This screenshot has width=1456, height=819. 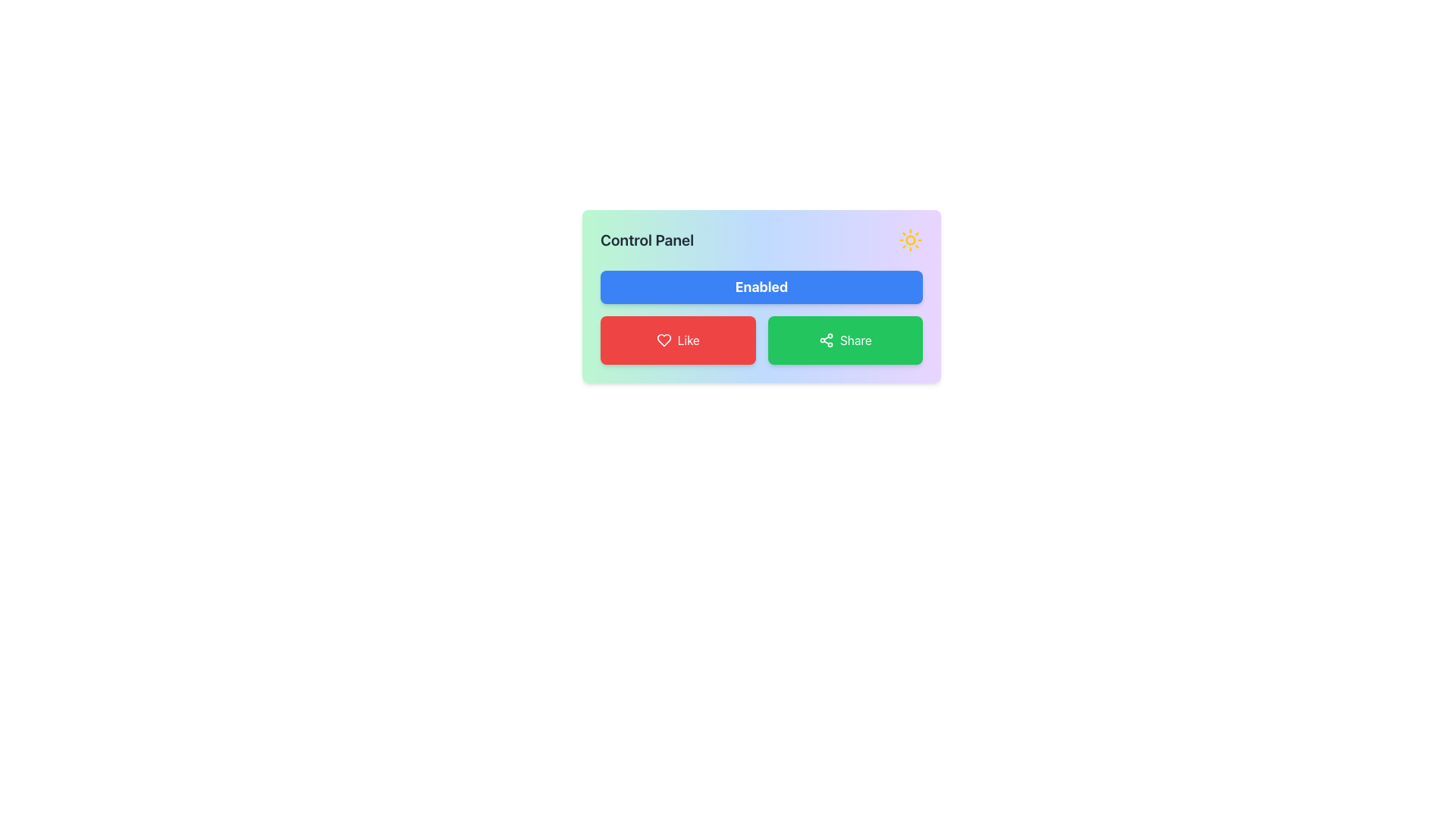 What do you see at coordinates (664, 339) in the screenshot?
I see `the heart-shaped SVG icon with a dashed stroke style located inside the red 'Like' button` at bounding box center [664, 339].